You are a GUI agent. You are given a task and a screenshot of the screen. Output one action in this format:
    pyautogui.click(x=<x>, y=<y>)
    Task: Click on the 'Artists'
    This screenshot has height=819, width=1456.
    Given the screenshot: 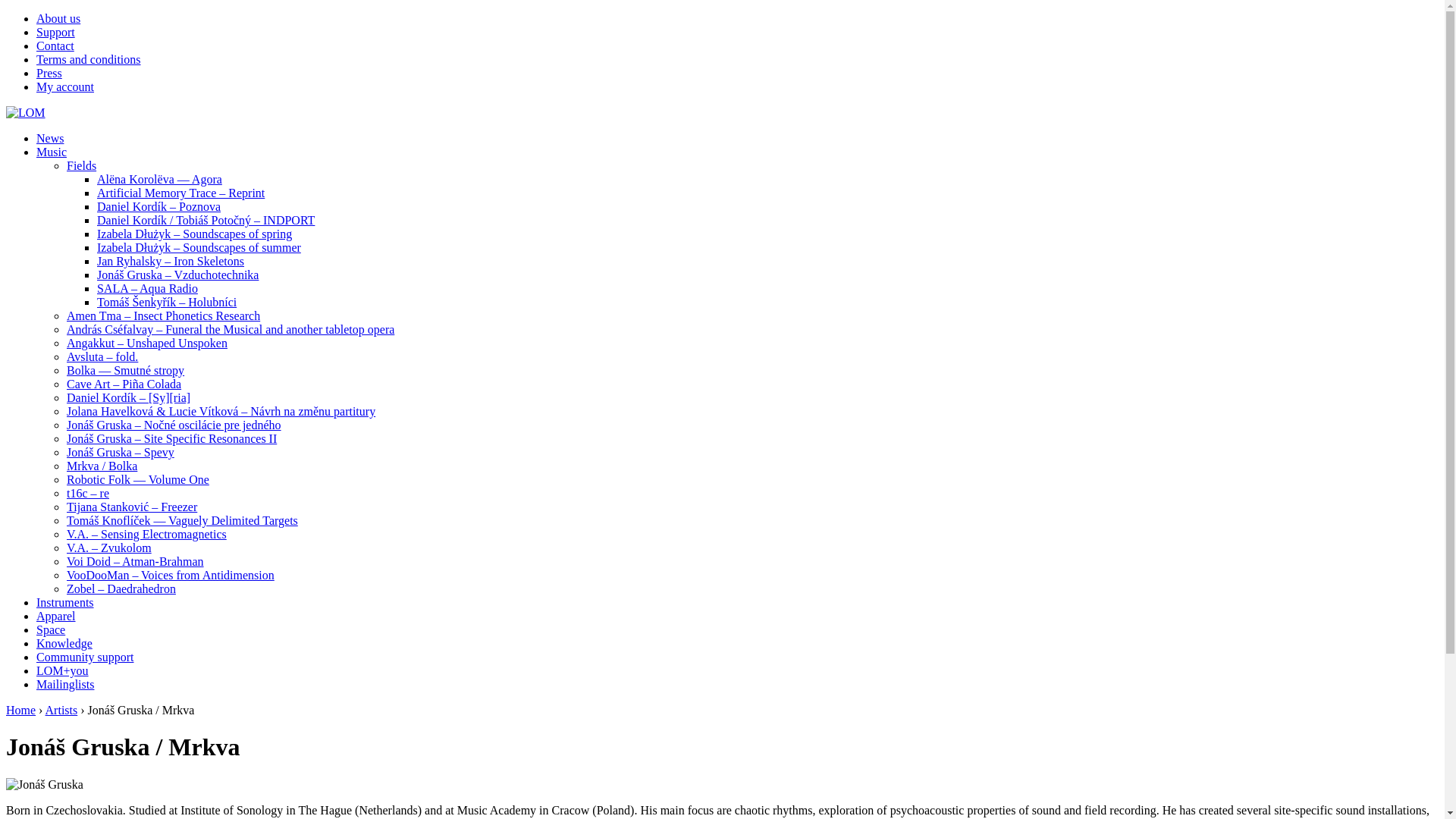 What is the action you would take?
    pyautogui.click(x=61, y=710)
    